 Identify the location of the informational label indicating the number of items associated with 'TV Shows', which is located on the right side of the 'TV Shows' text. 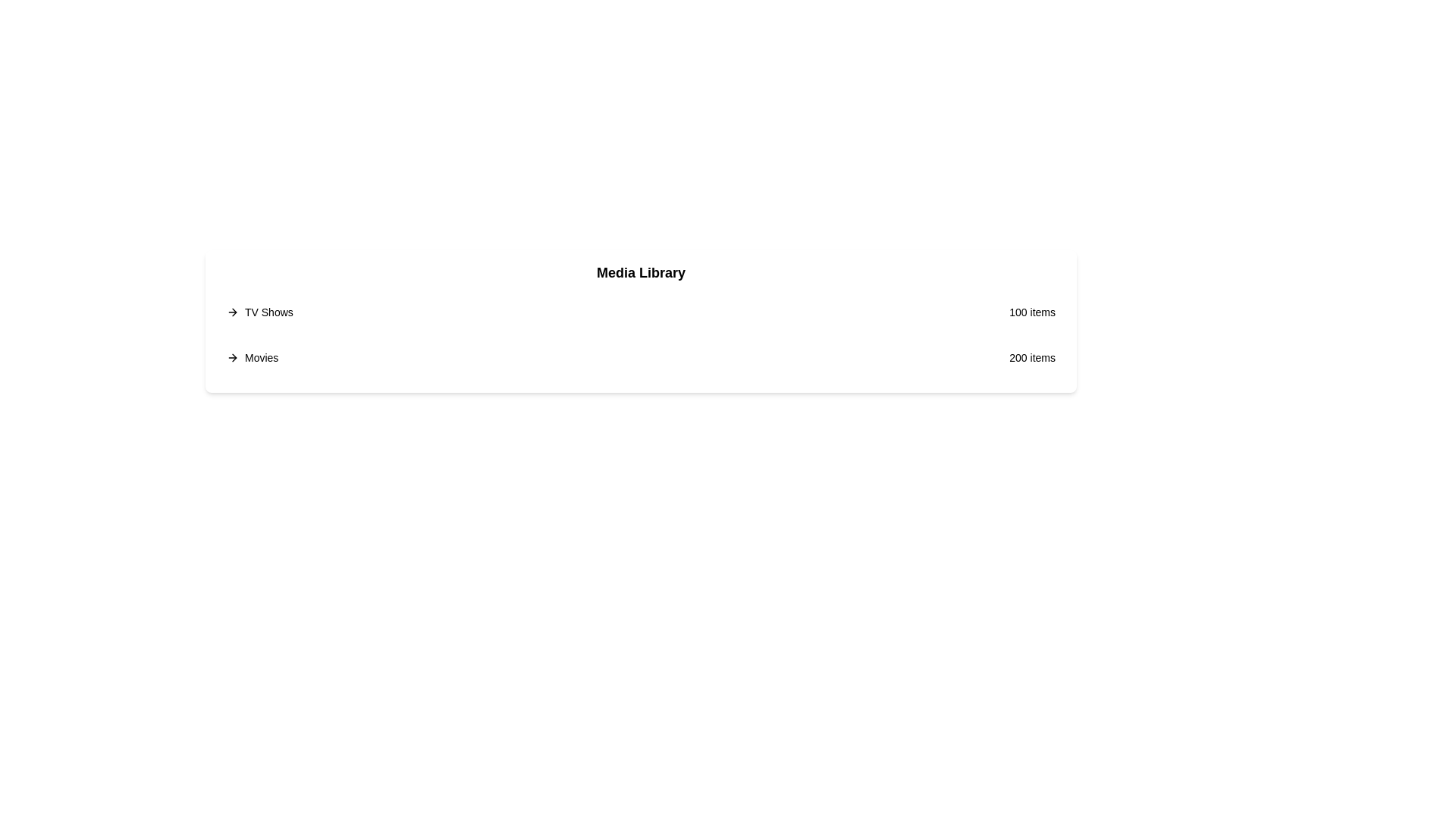
(1031, 312).